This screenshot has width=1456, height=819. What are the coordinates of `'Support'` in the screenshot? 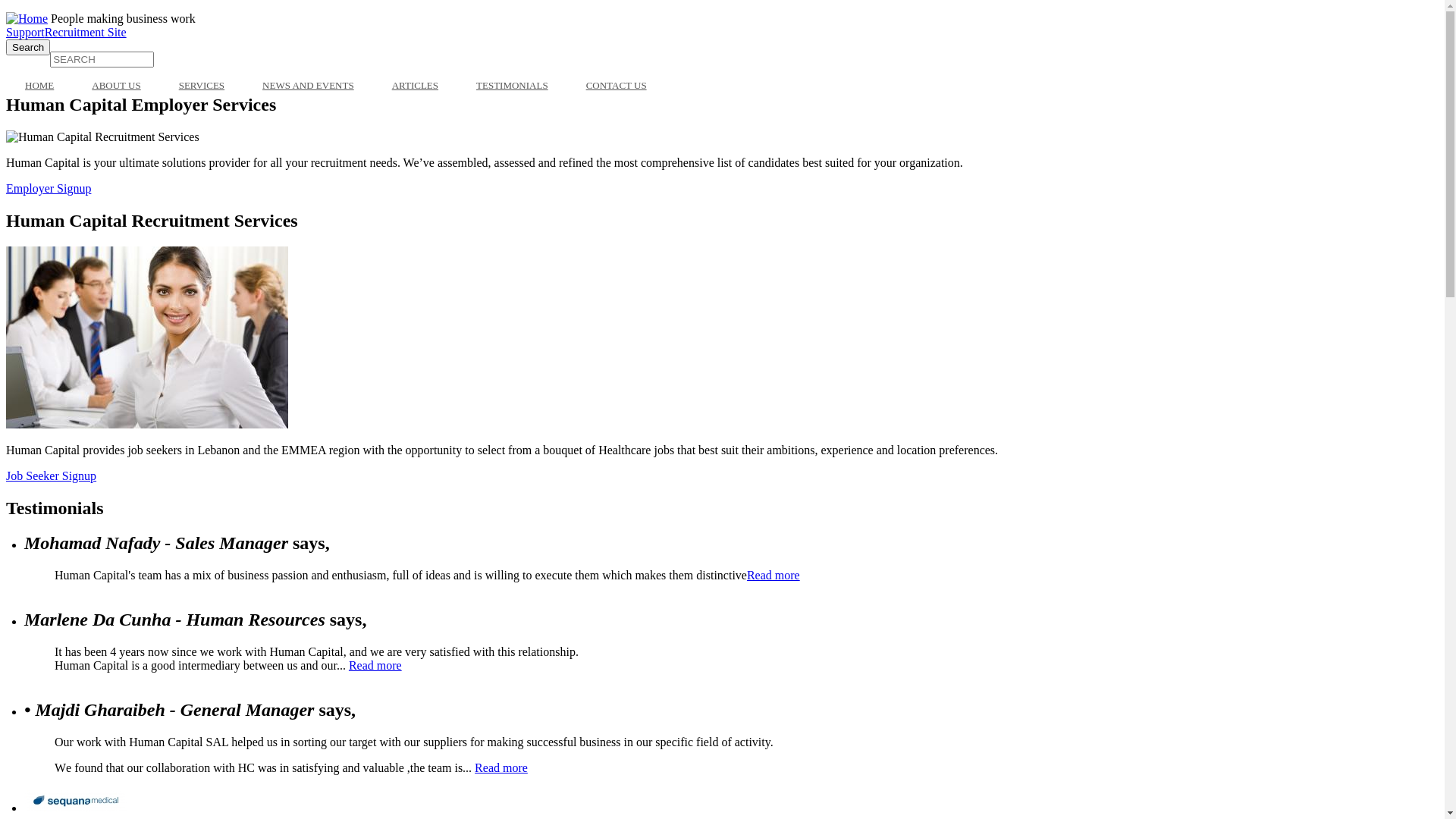 It's located at (25, 32).